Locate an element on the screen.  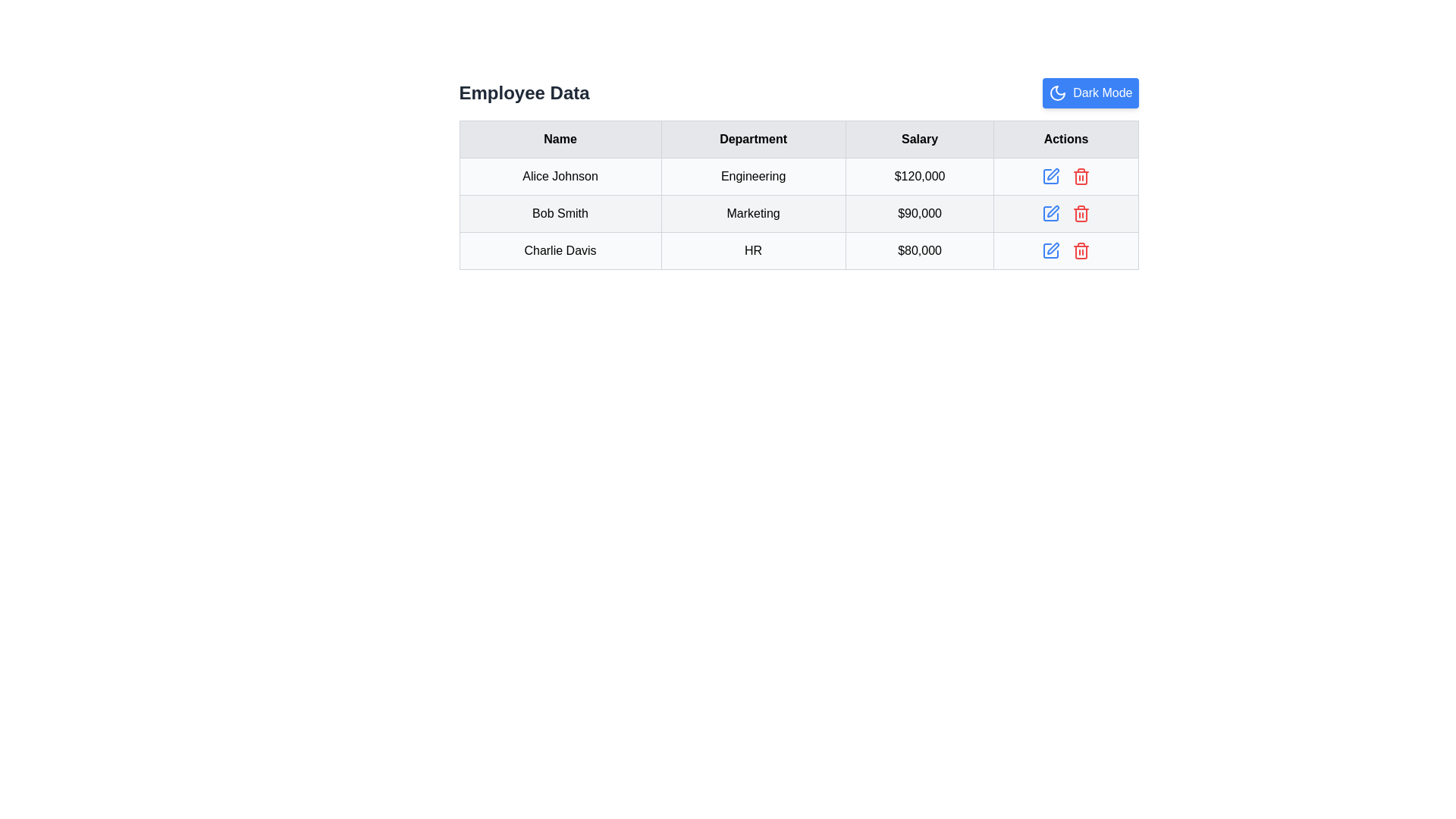
the Table Header Cell labeled 'Department', which is the second cell in the header row of the table, positioned between 'Name' and 'Salary' is located at coordinates (753, 140).